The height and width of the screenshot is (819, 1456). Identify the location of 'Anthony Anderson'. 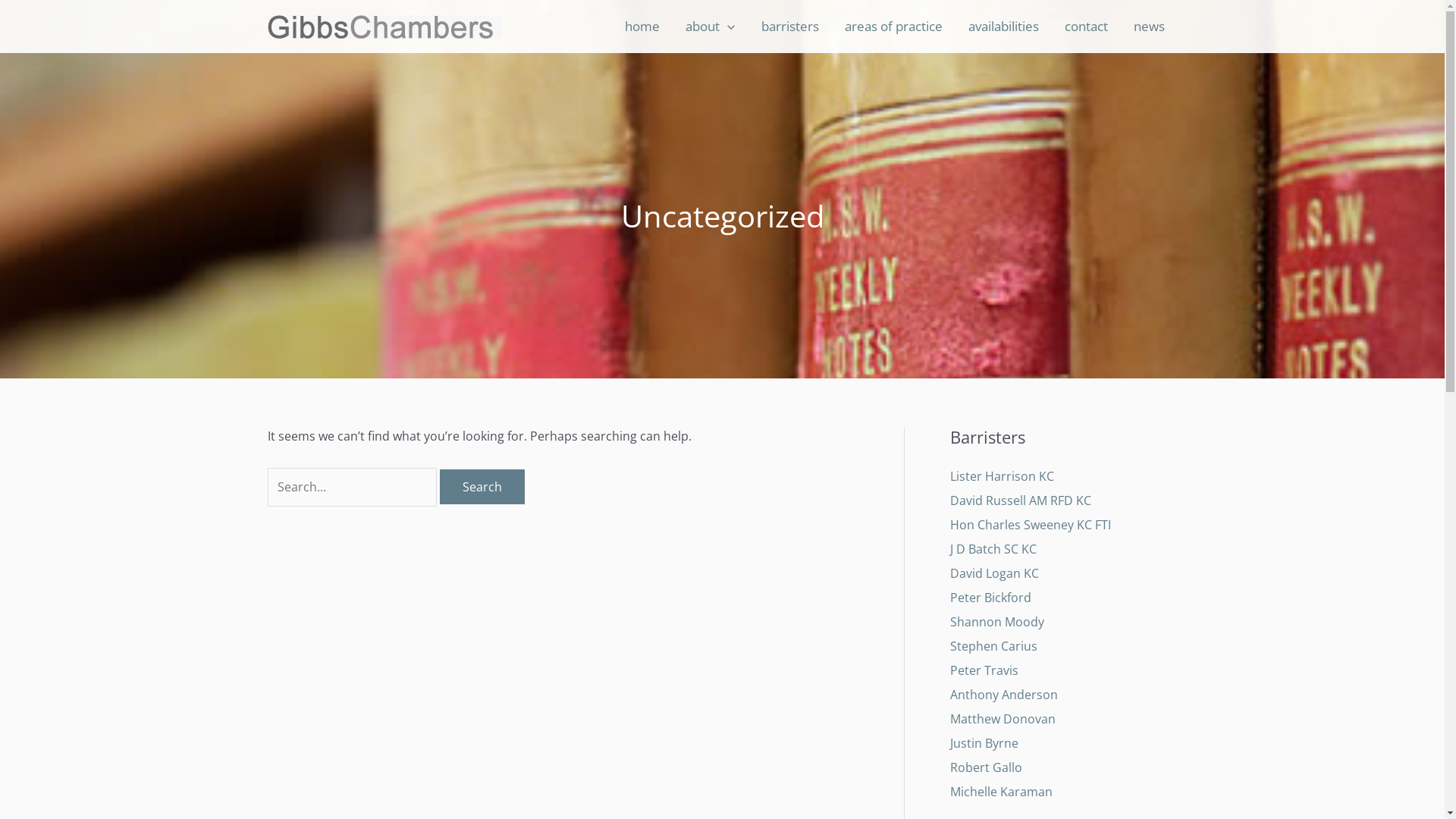
(1003, 694).